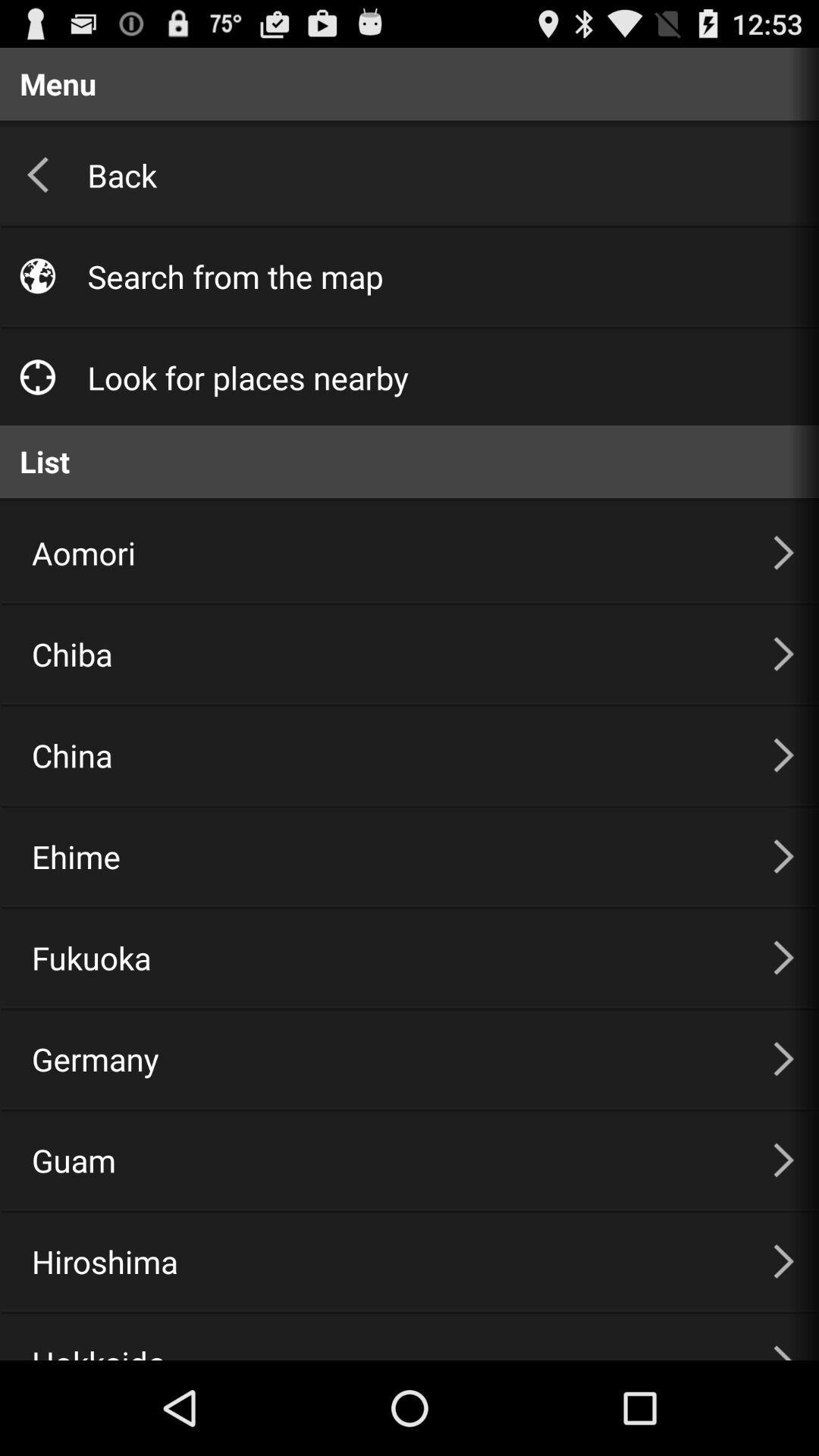 The width and height of the screenshot is (819, 1456). Describe the element at coordinates (383, 755) in the screenshot. I see `china item` at that location.